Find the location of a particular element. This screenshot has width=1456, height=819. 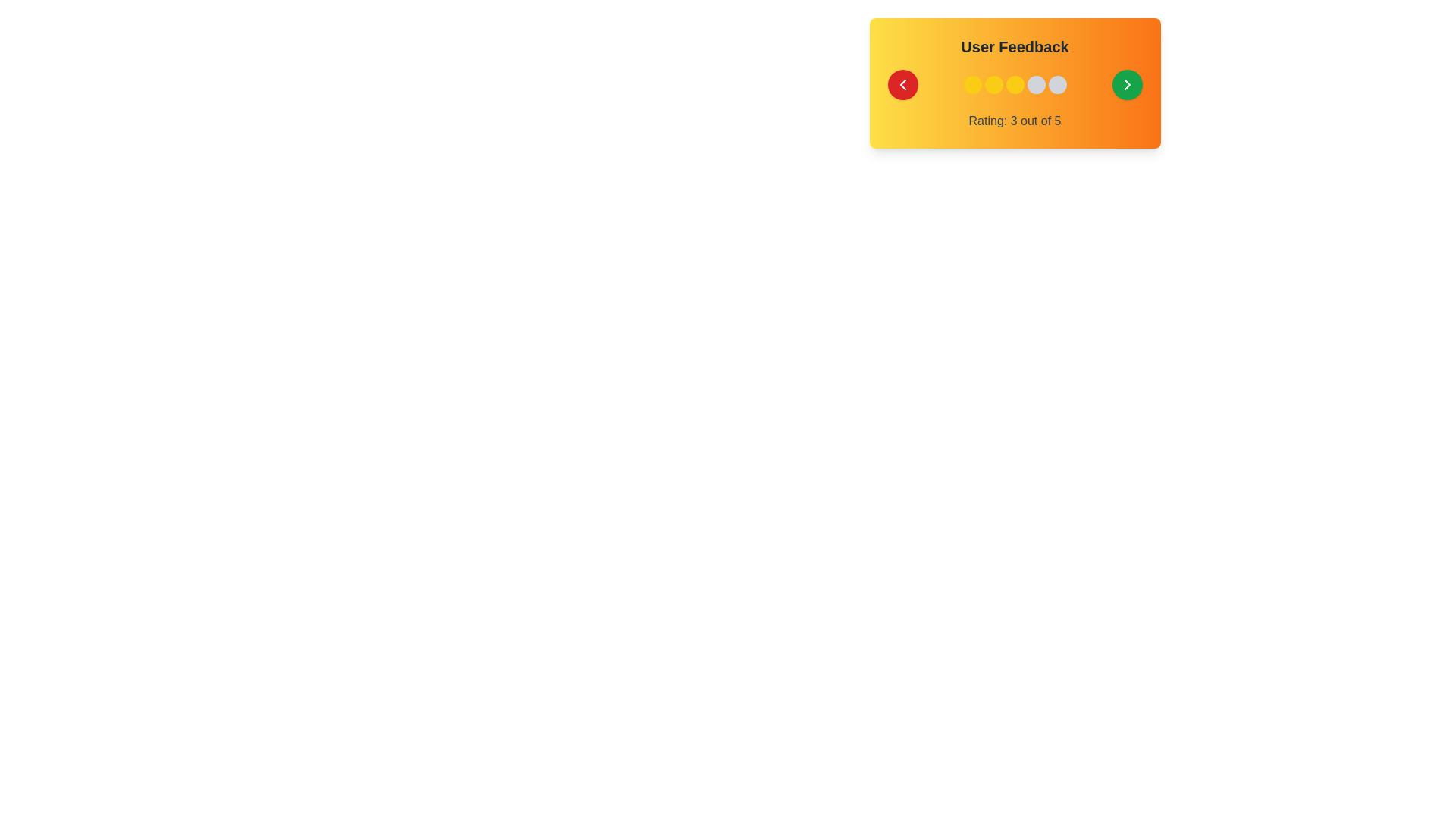

the first circular rating indicator with a yellow background in the User Feedback card is located at coordinates (972, 84).